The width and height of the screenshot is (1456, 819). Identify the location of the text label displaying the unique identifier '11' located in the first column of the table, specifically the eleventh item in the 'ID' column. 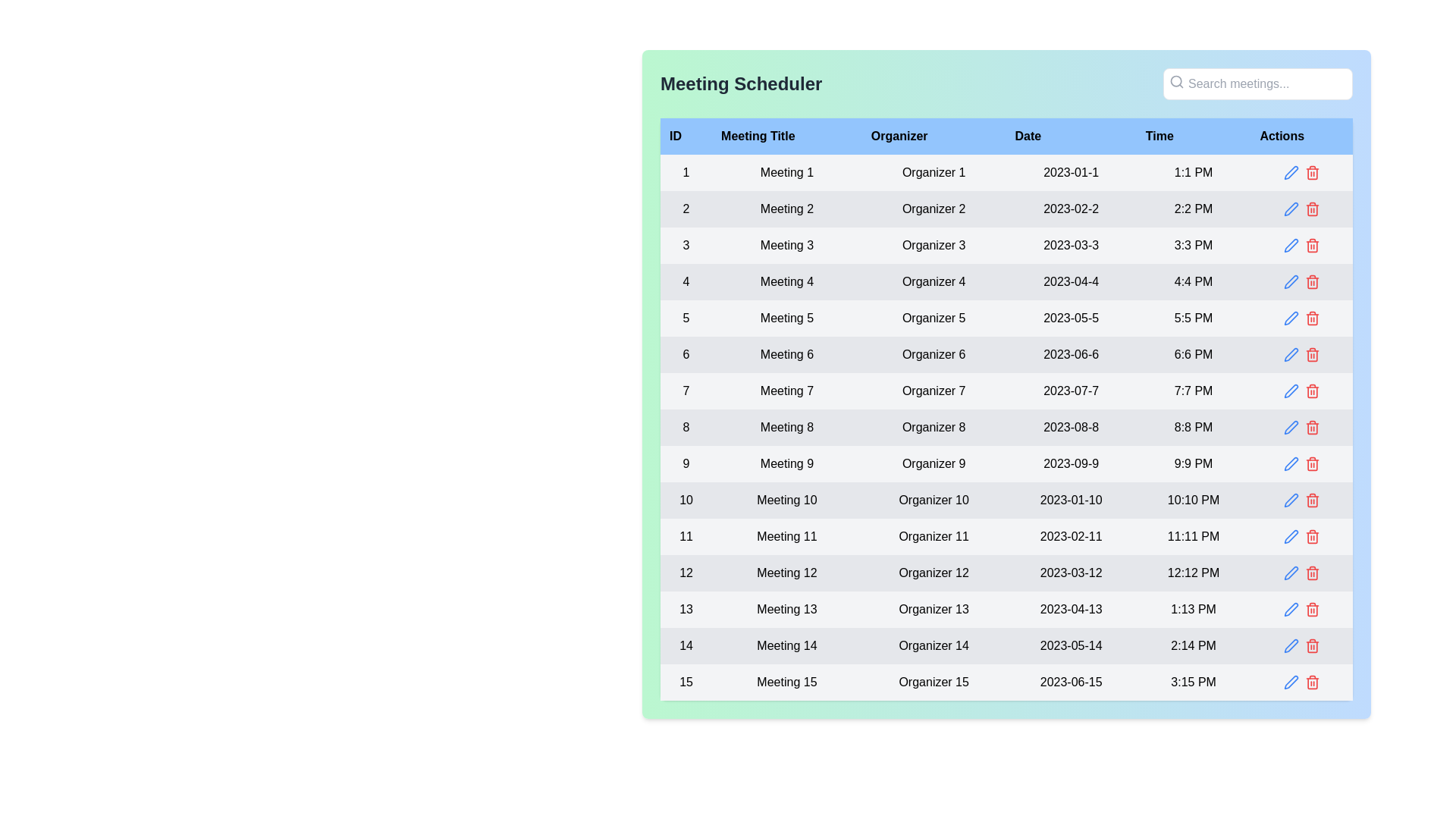
(686, 536).